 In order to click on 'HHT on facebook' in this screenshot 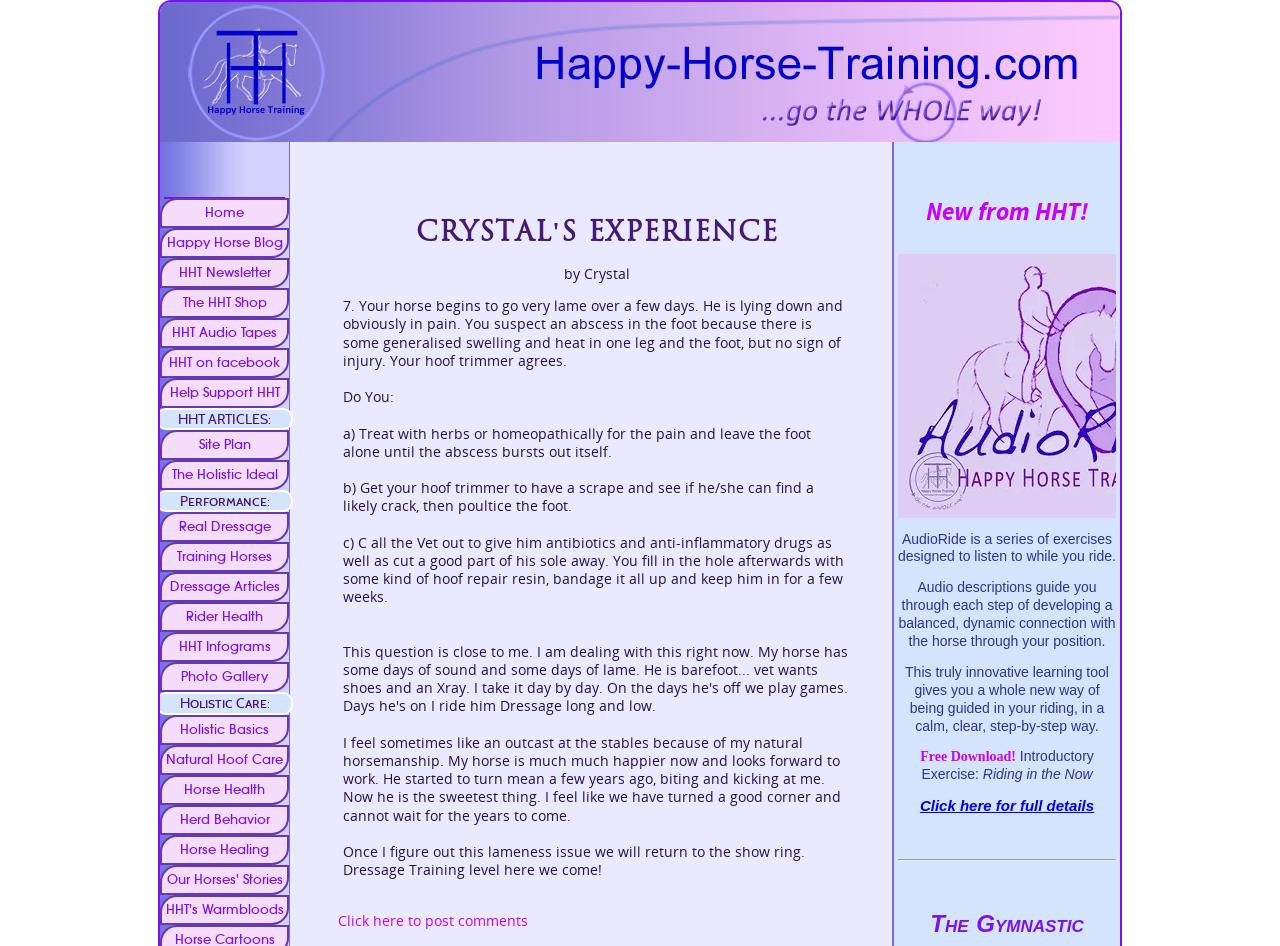, I will do `click(224, 362)`.